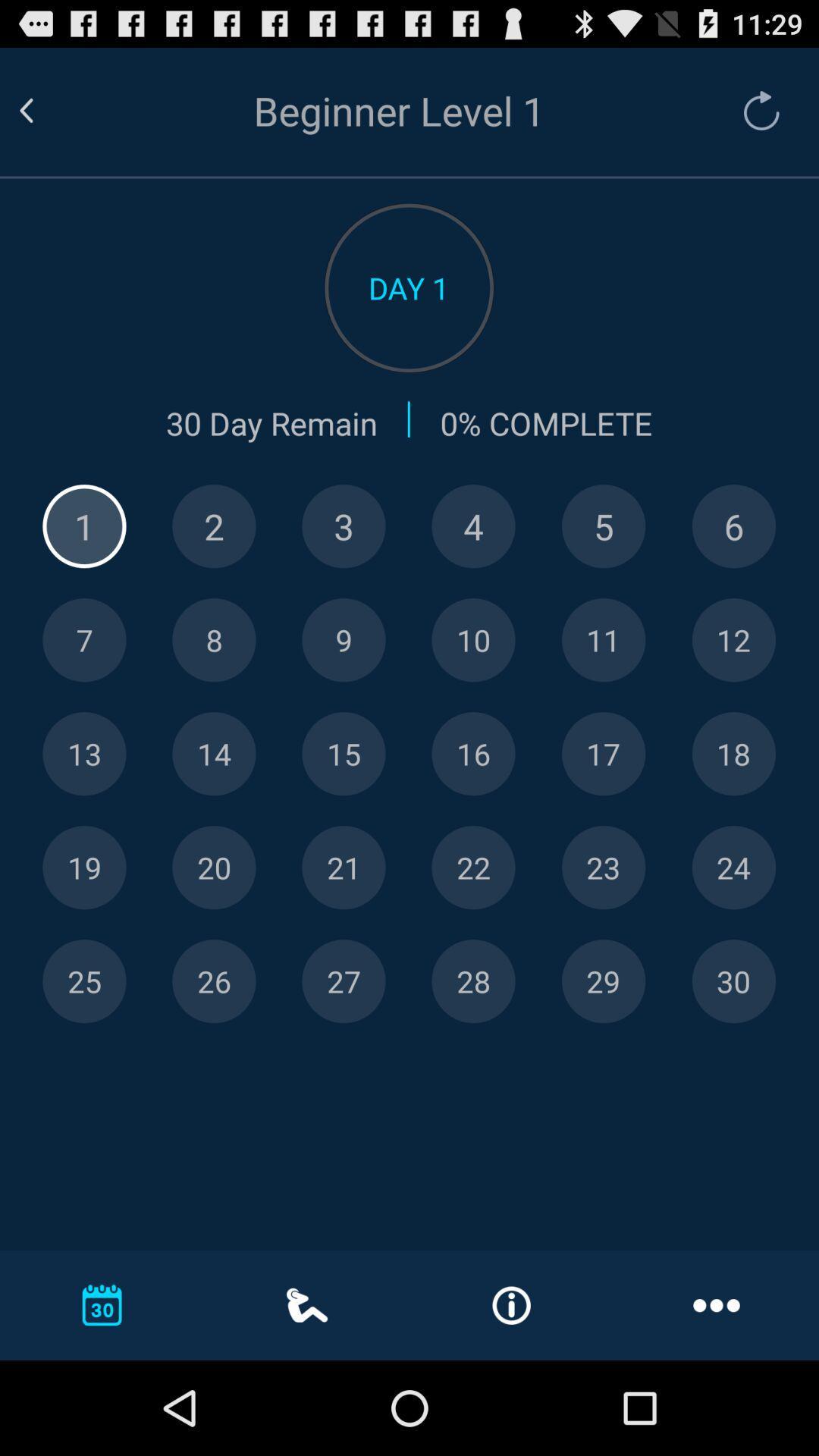 The image size is (819, 1456). Describe the element at coordinates (344, 754) in the screenshot. I see `15` at that location.